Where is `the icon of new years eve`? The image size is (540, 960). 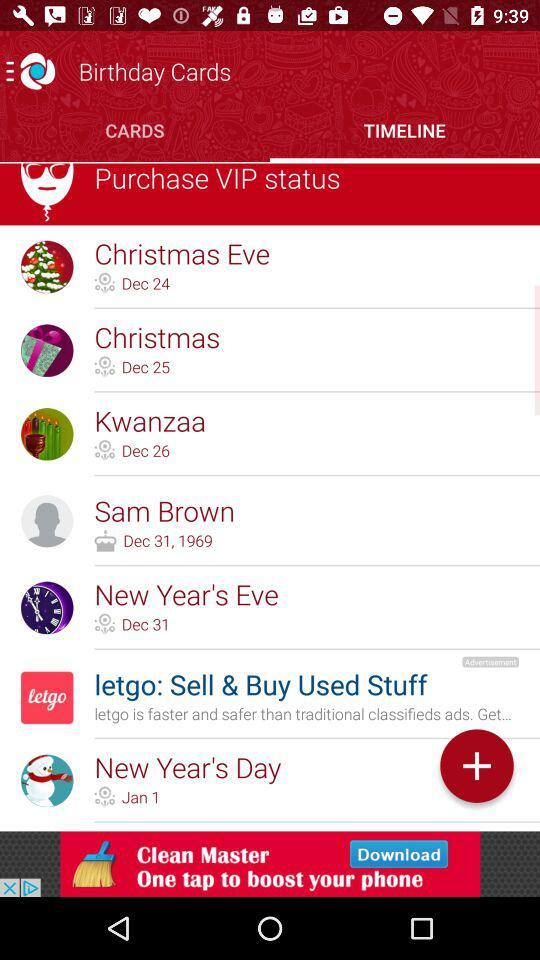 the icon of new years eve is located at coordinates (47, 606).